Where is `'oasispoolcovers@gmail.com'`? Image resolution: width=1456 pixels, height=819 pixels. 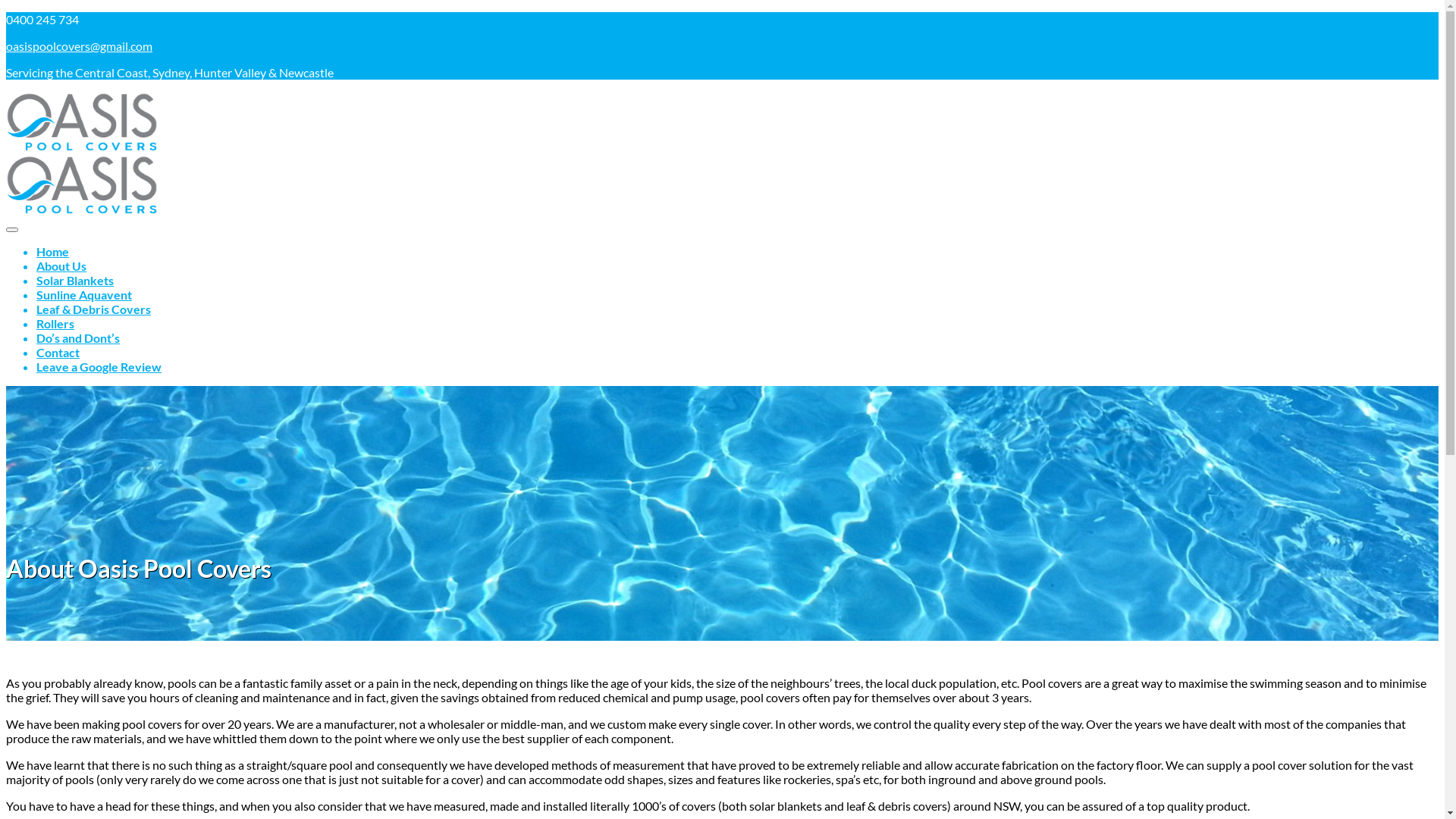 'oasispoolcovers@gmail.com' is located at coordinates (6, 45).